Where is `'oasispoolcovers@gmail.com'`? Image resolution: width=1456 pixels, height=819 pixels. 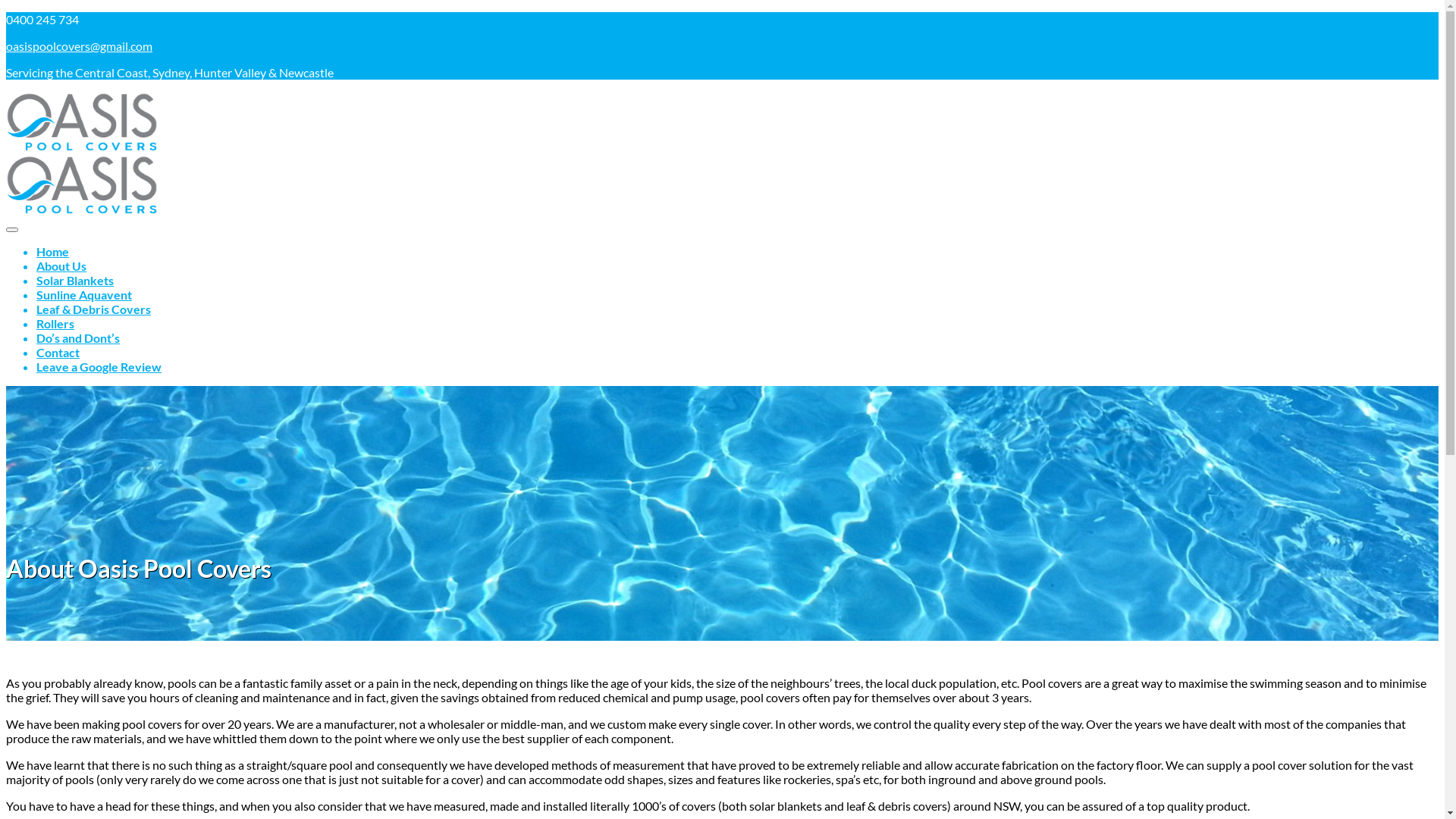 'oasispoolcovers@gmail.com' is located at coordinates (6, 45).